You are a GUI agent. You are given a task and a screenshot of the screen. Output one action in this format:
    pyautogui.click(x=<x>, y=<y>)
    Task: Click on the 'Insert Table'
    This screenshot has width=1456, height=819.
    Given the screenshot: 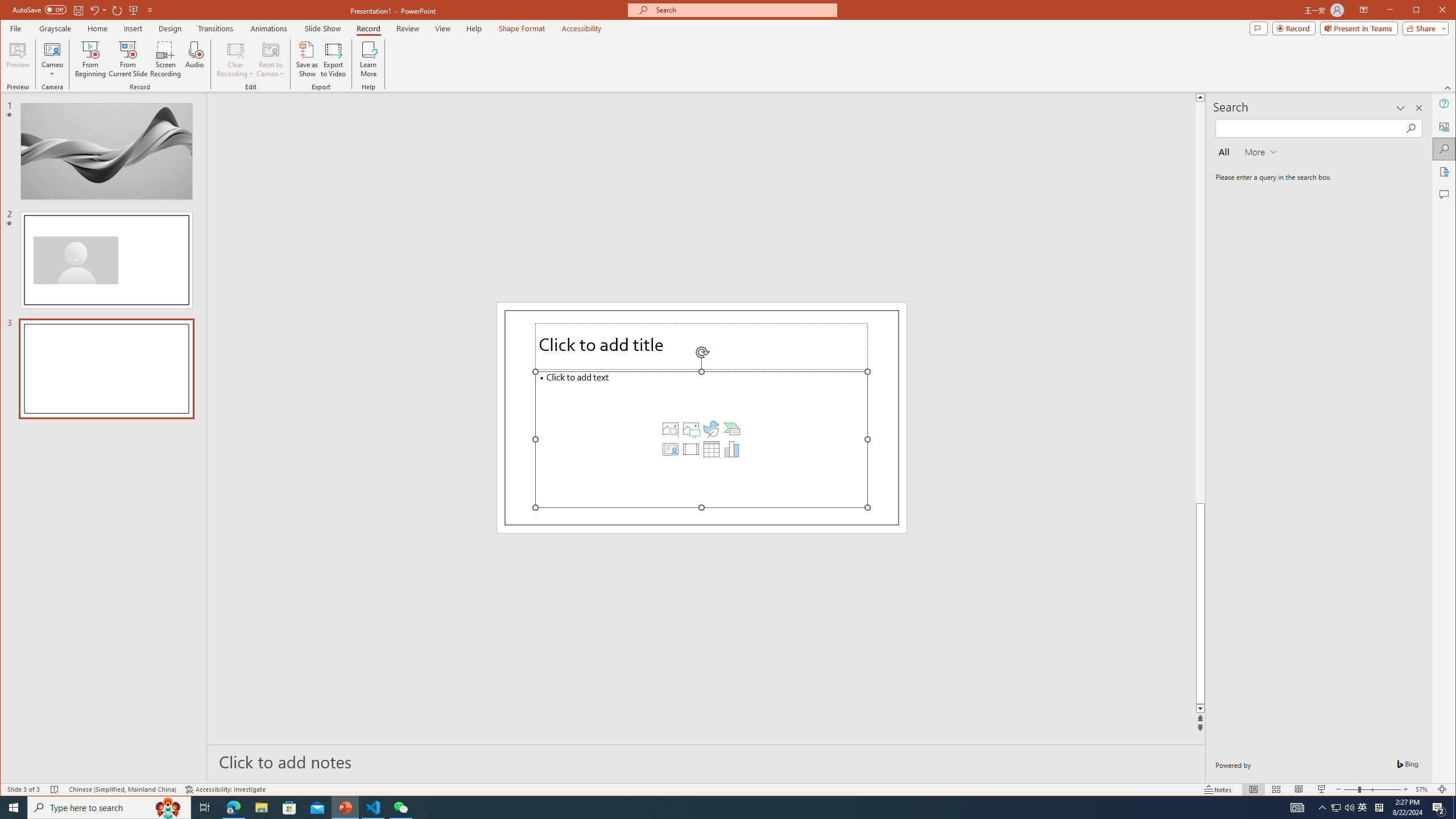 What is the action you would take?
    pyautogui.click(x=711, y=449)
    